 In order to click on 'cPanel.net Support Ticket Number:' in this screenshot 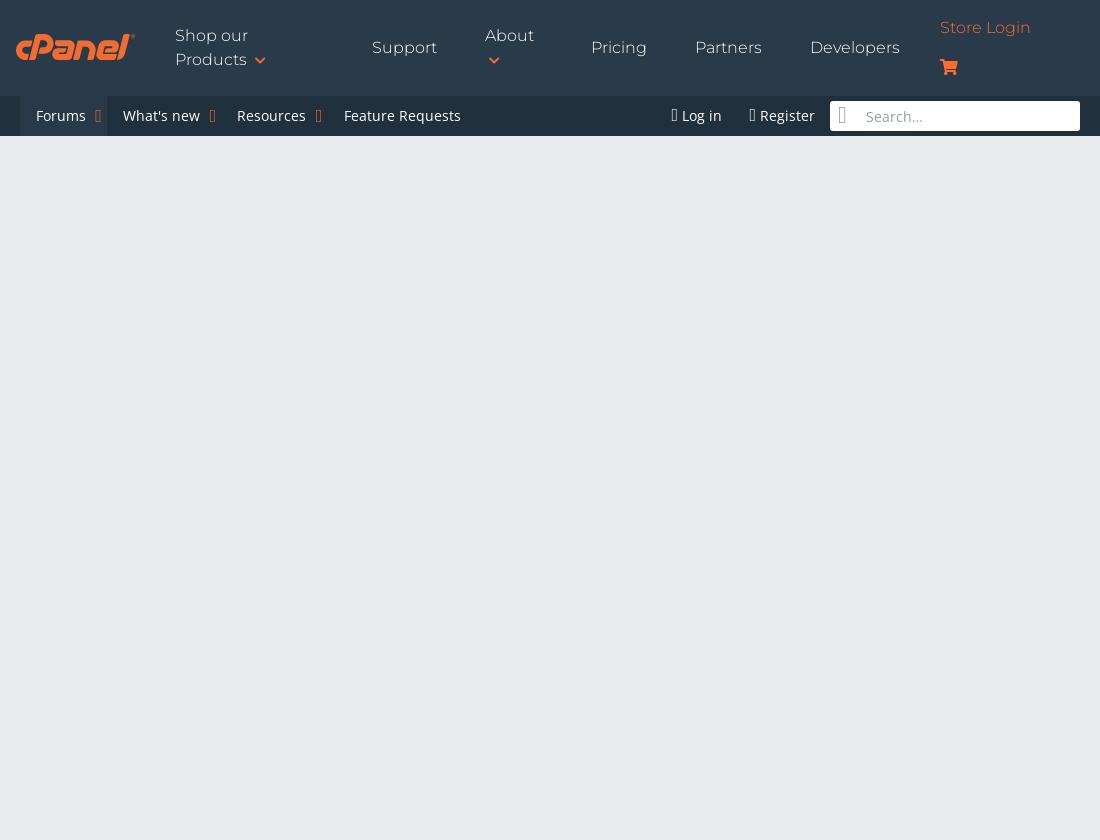, I will do `click(147, 623)`.